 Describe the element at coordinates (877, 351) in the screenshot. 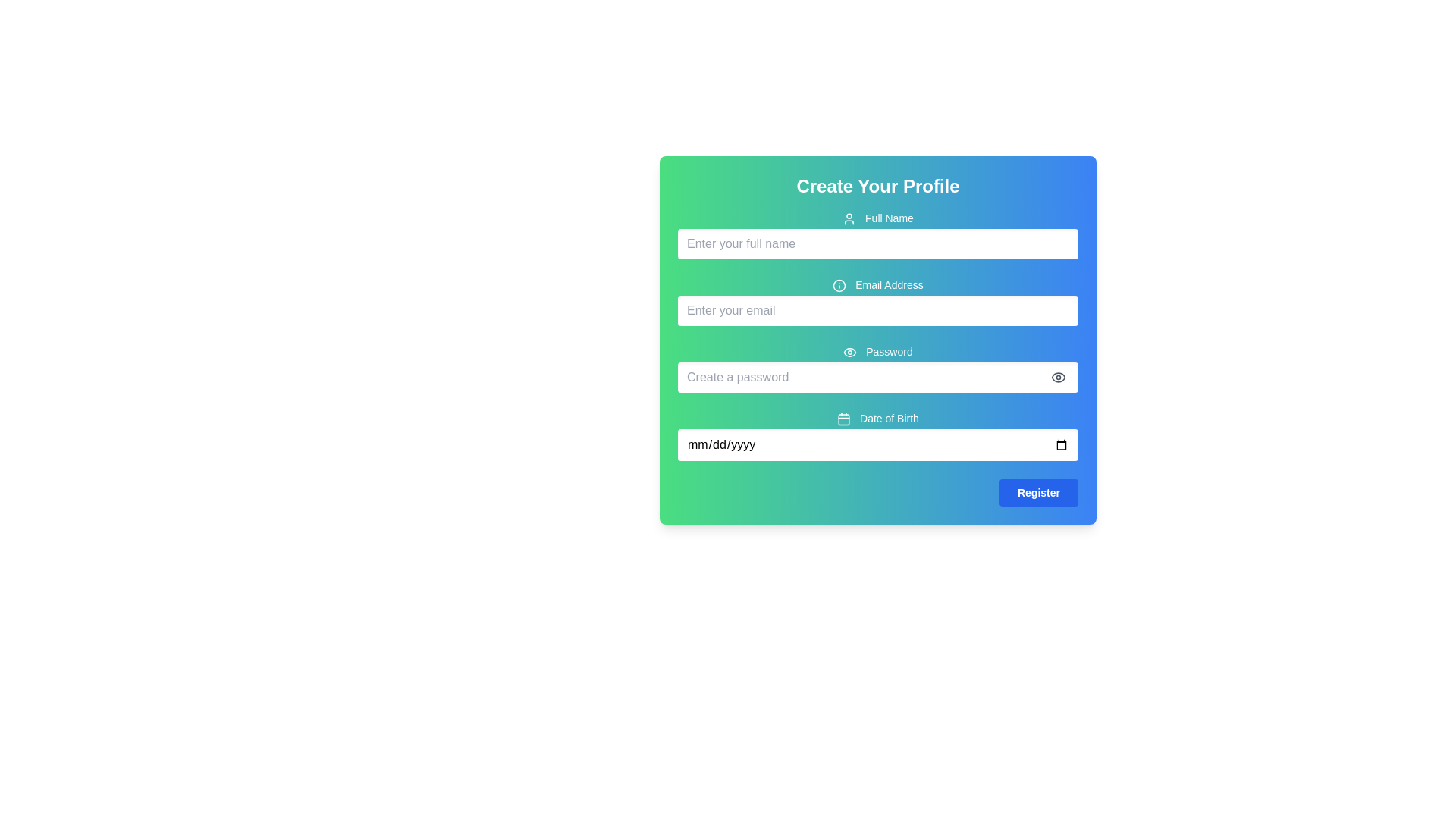

I see `the password input label, which is positioned in the third row of the form, directly above the password input field, guiding users to enter their password` at that location.